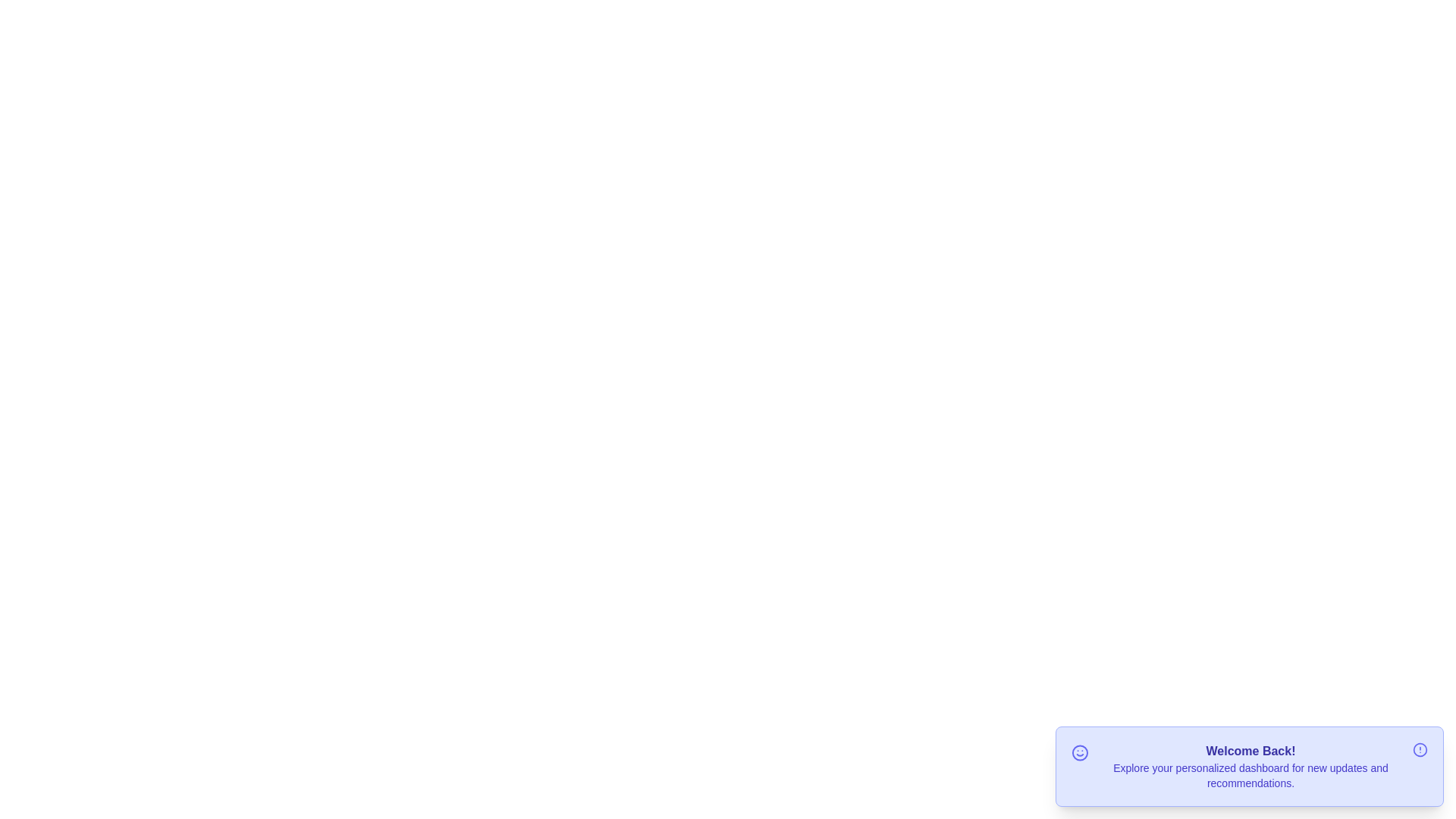 The height and width of the screenshot is (819, 1456). I want to click on the word 'personalized' within the notification text, so click(1175, 760).